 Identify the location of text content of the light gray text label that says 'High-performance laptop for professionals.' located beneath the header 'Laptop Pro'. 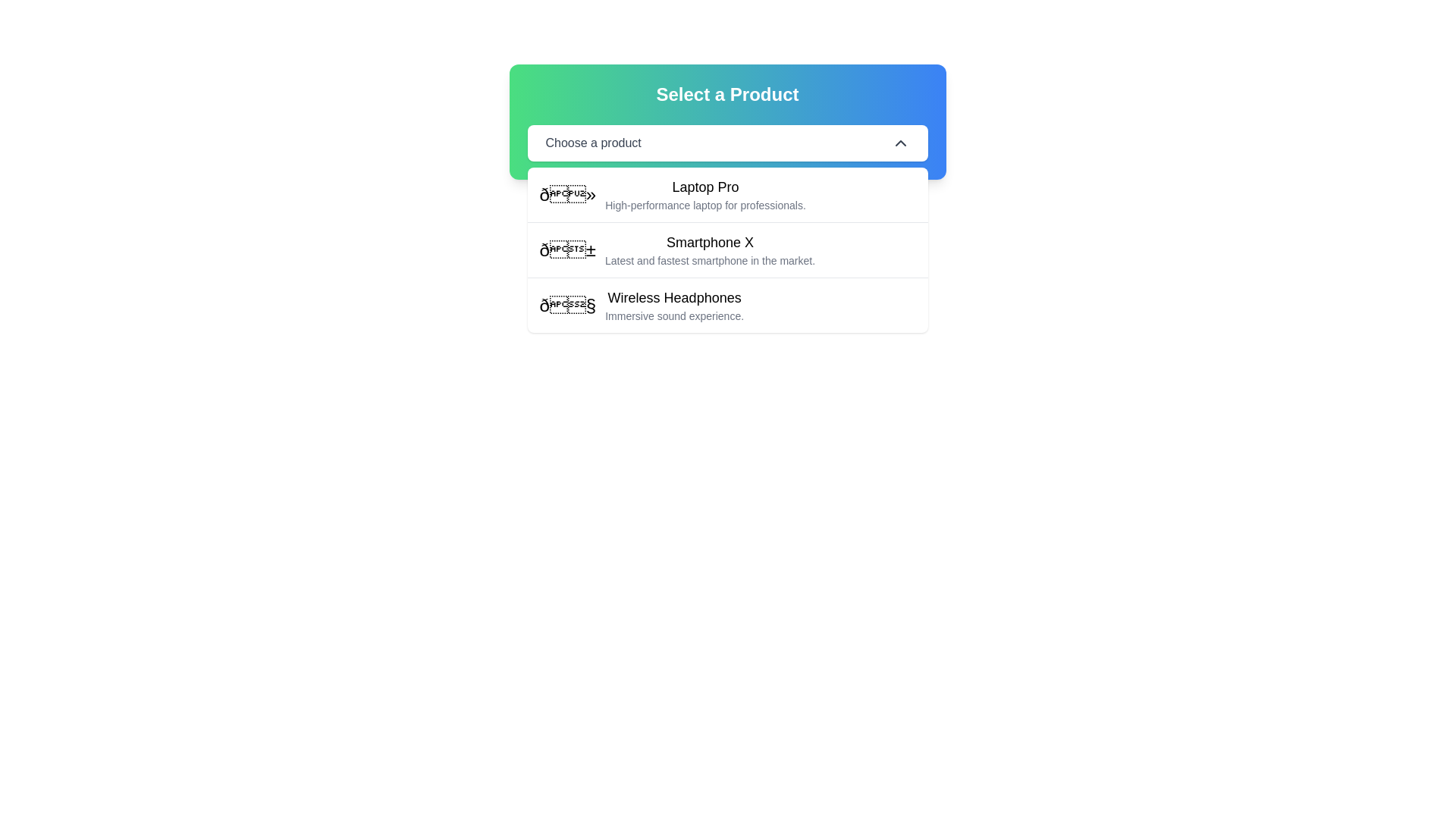
(704, 205).